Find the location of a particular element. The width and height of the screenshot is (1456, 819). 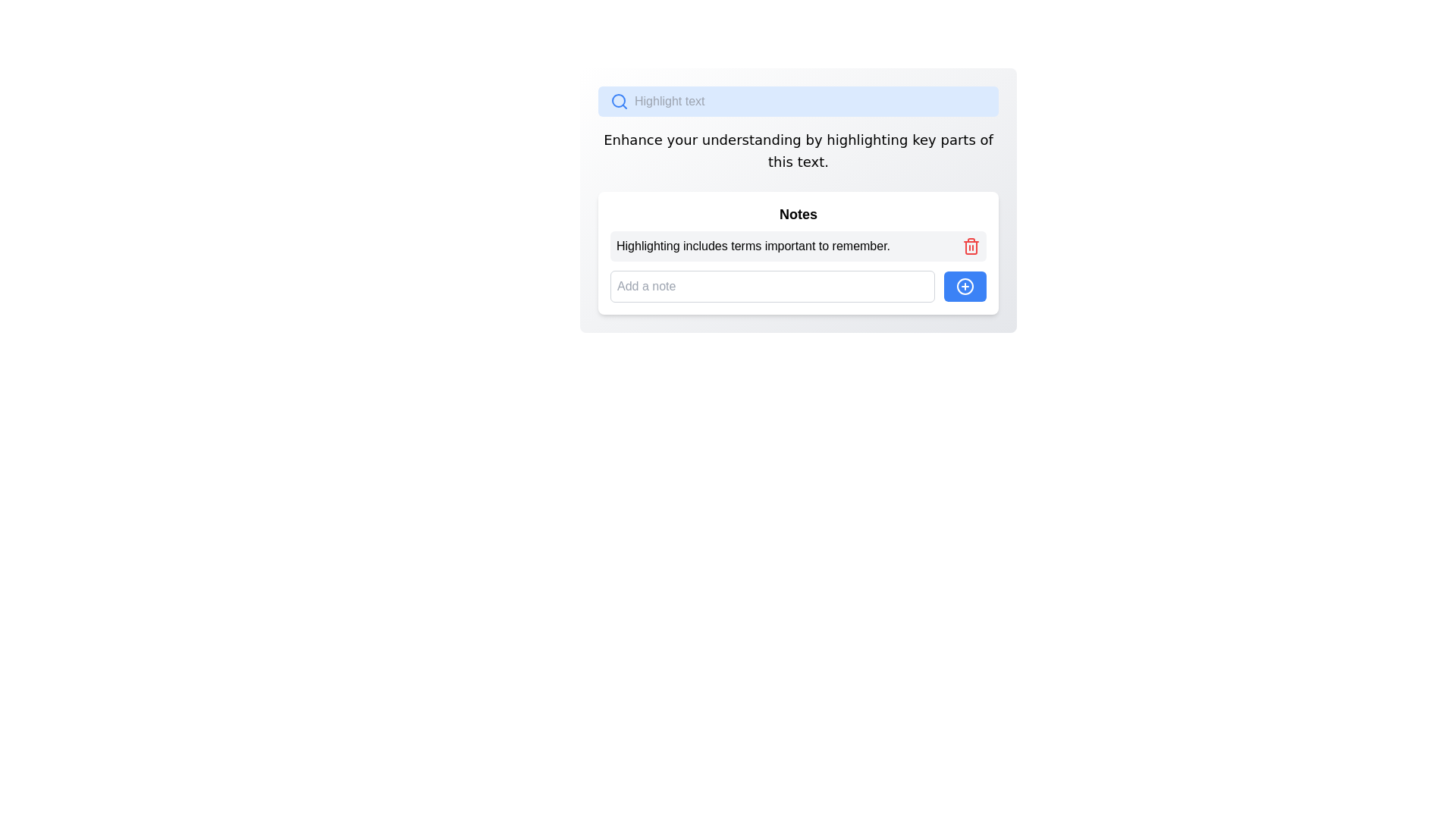

the letter 'a' in the word 'parts' within the sentence 'Enhance your understanding by highlighting key parts of this text.' is located at coordinates (952, 140).